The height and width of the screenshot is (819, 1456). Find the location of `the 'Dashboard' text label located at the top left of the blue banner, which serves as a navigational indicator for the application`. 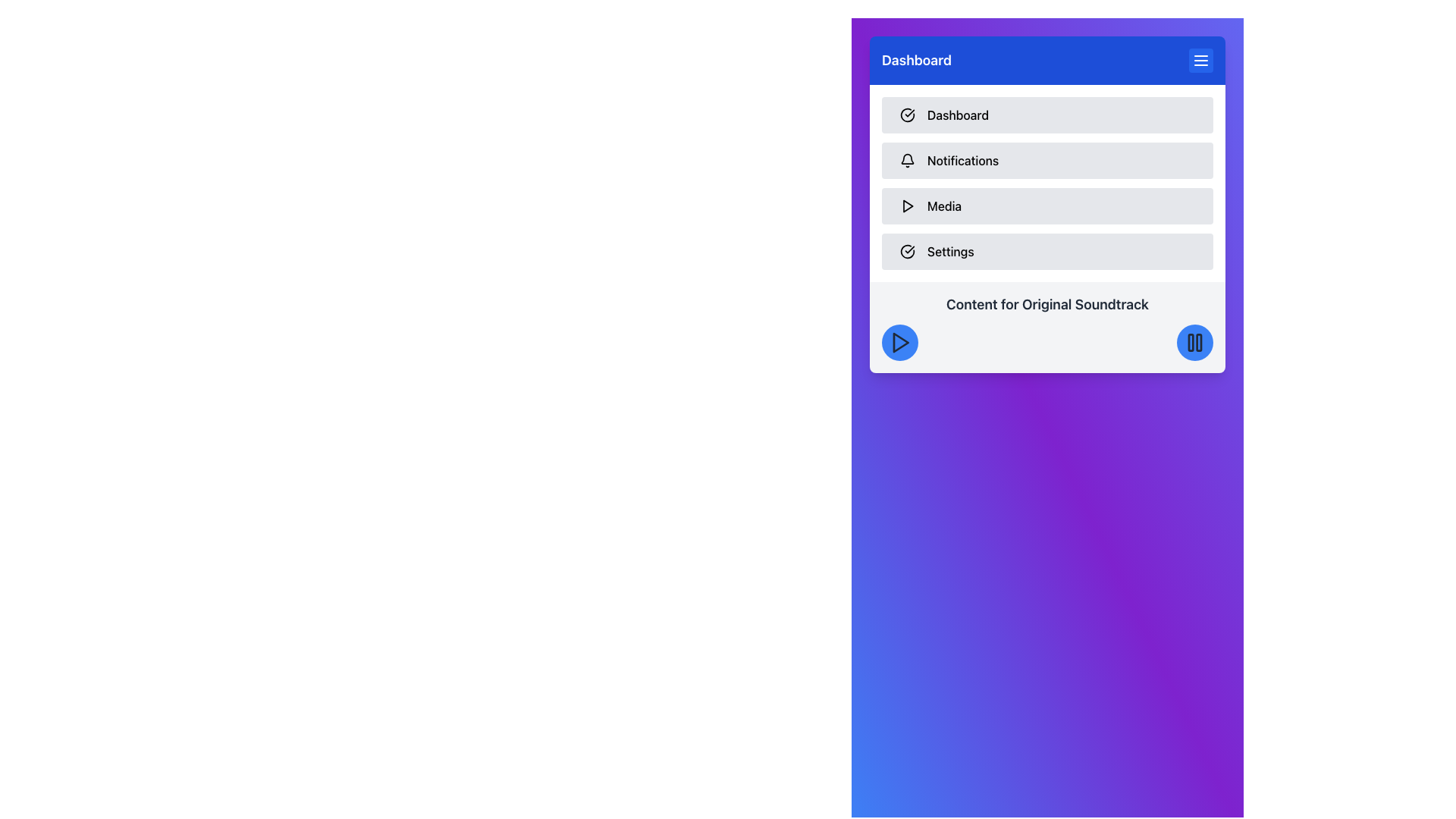

the 'Dashboard' text label located at the top left of the blue banner, which serves as a navigational indicator for the application is located at coordinates (916, 60).